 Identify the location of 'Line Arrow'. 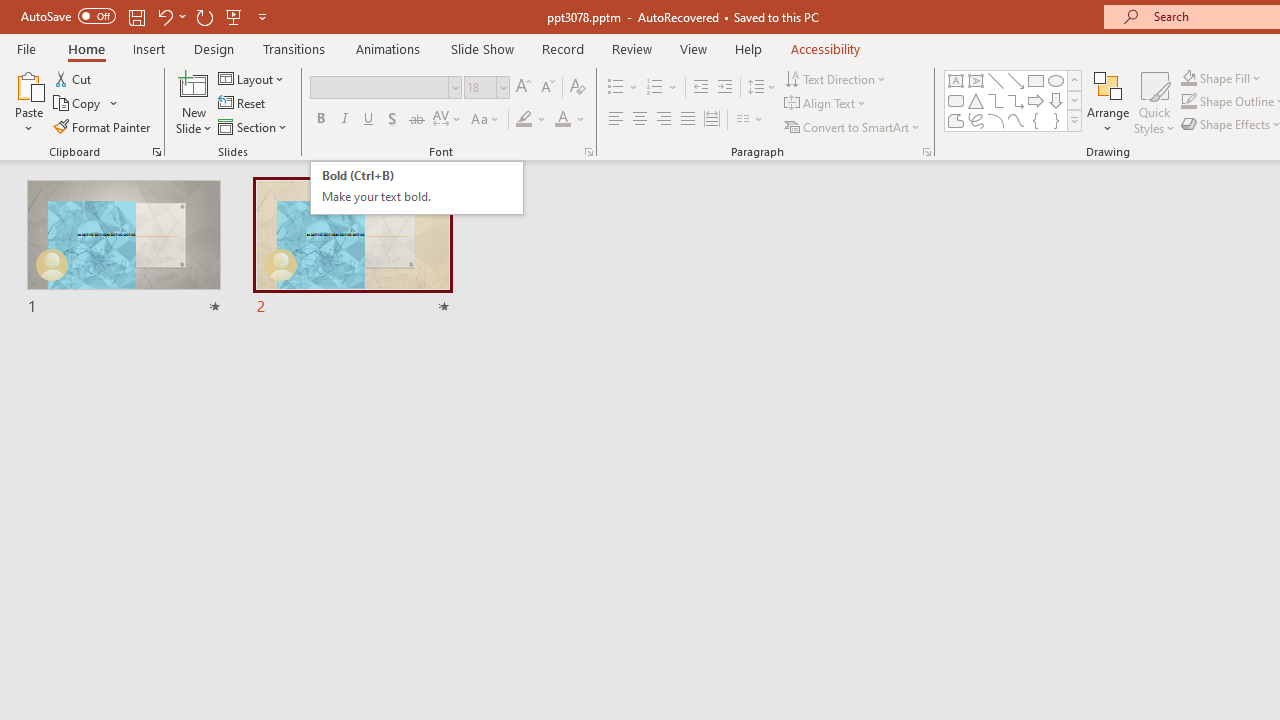
(1016, 80).